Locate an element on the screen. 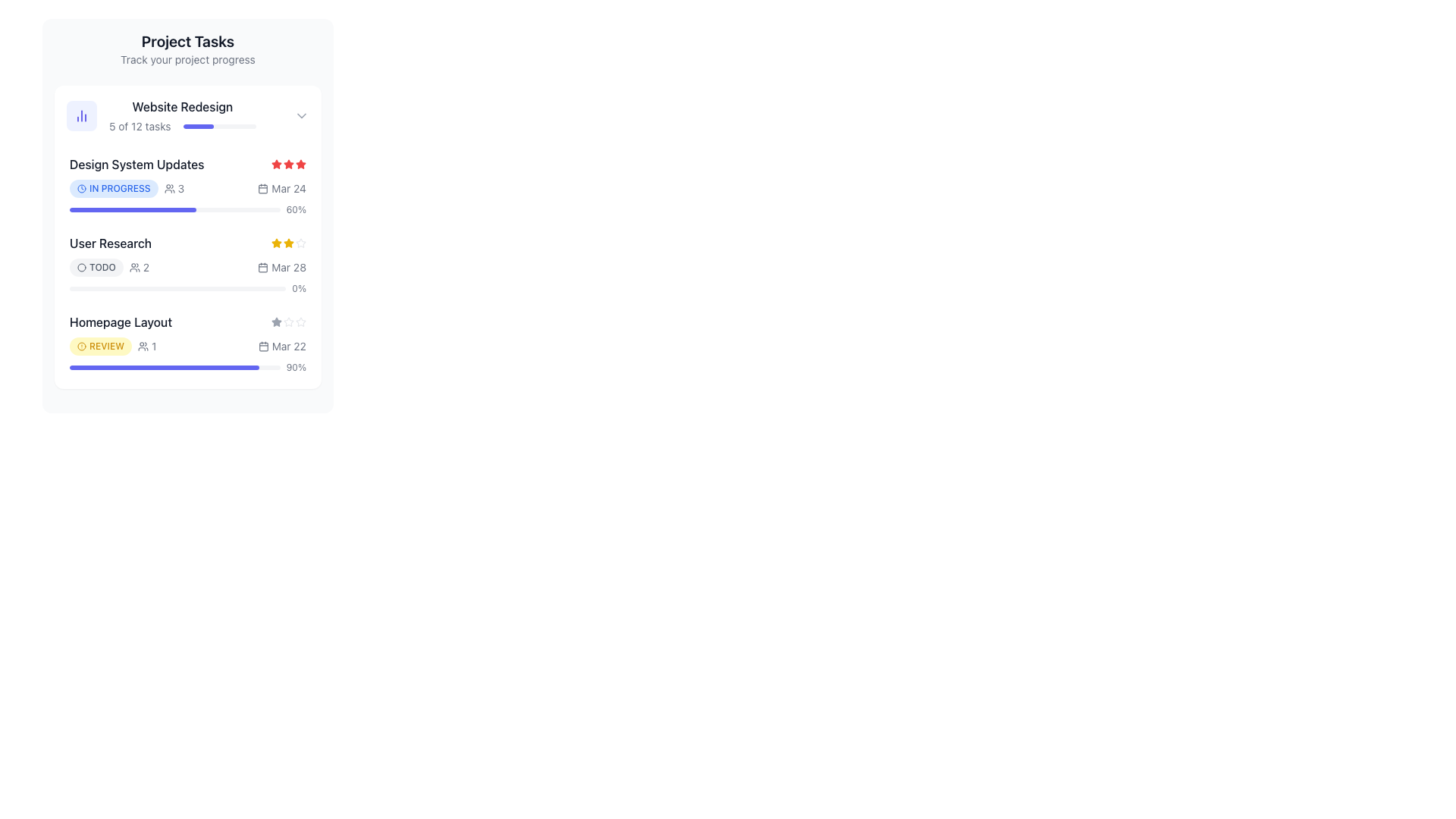 The width and height of the screenshot is (1456, 819). the star icon in the 'Design System Updates' task row is located at coordinates (288, 164).